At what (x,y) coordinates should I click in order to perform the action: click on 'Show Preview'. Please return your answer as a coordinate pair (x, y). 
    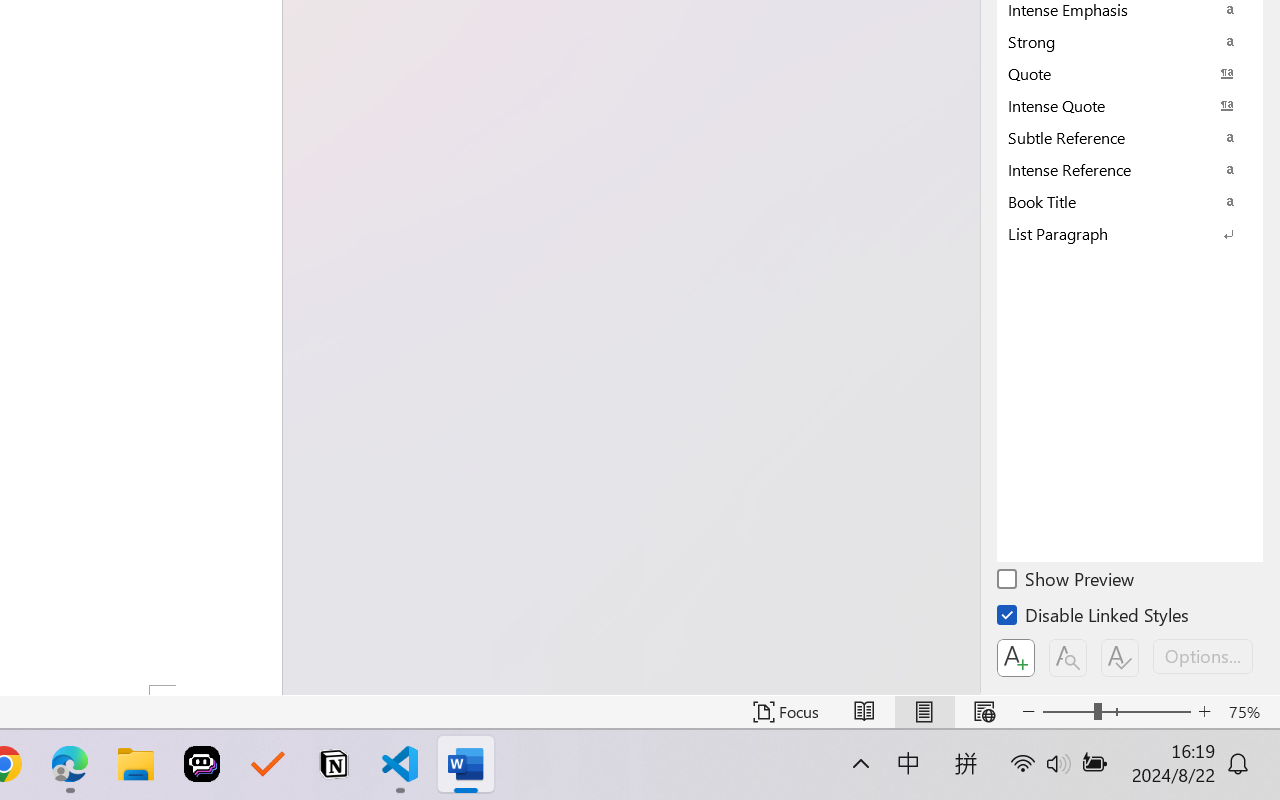
    Looking at the image, I should click on (1066, 581).